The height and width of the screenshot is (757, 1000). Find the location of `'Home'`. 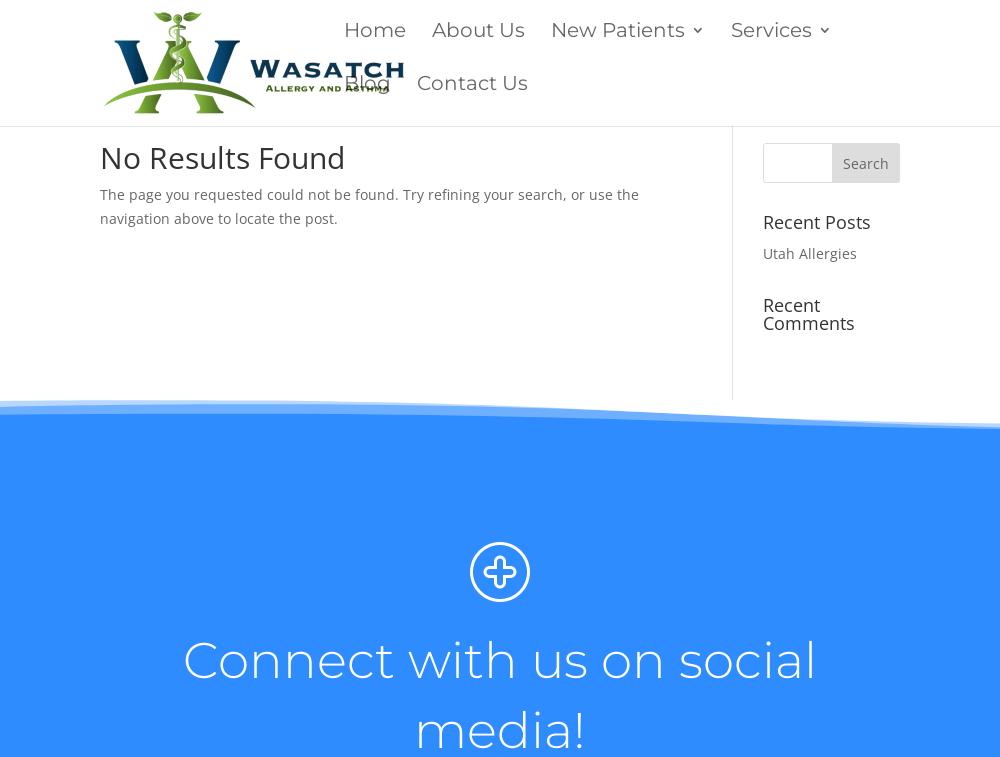

'Home' is located at coordinates (375, 36).